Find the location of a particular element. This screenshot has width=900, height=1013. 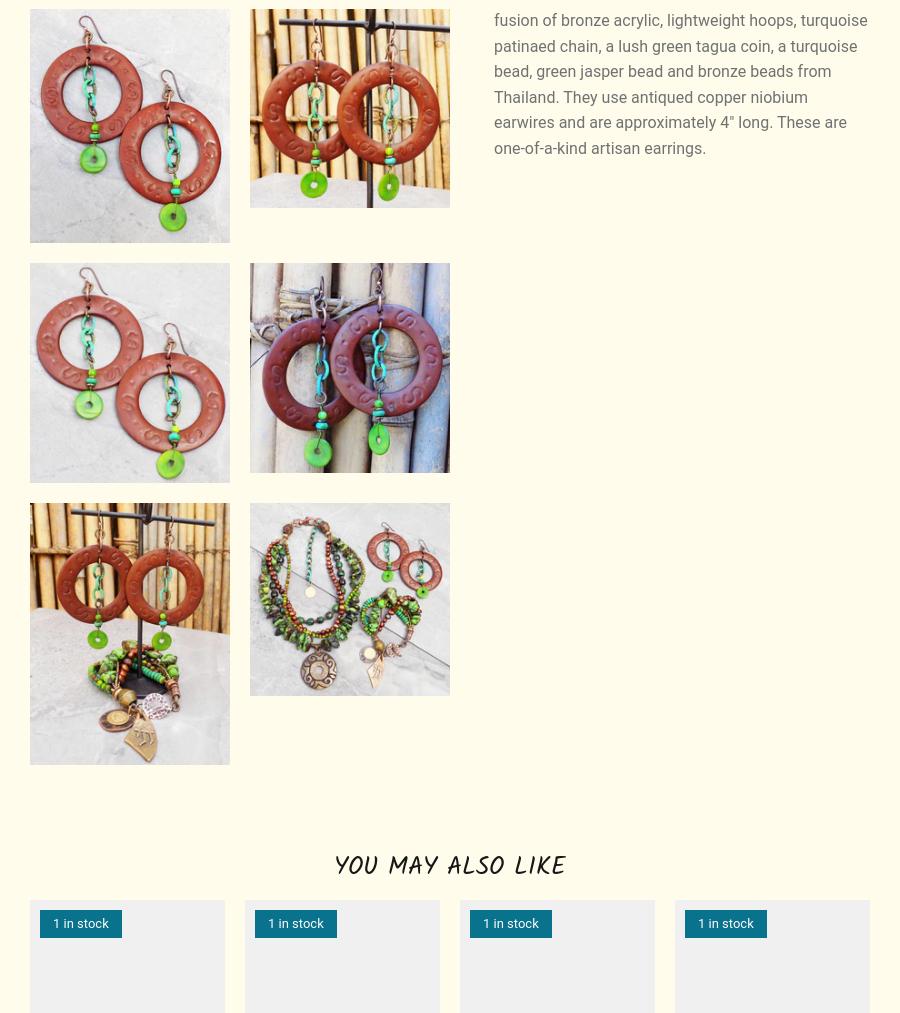

'Colombia' is located at coordinates (649, 794).